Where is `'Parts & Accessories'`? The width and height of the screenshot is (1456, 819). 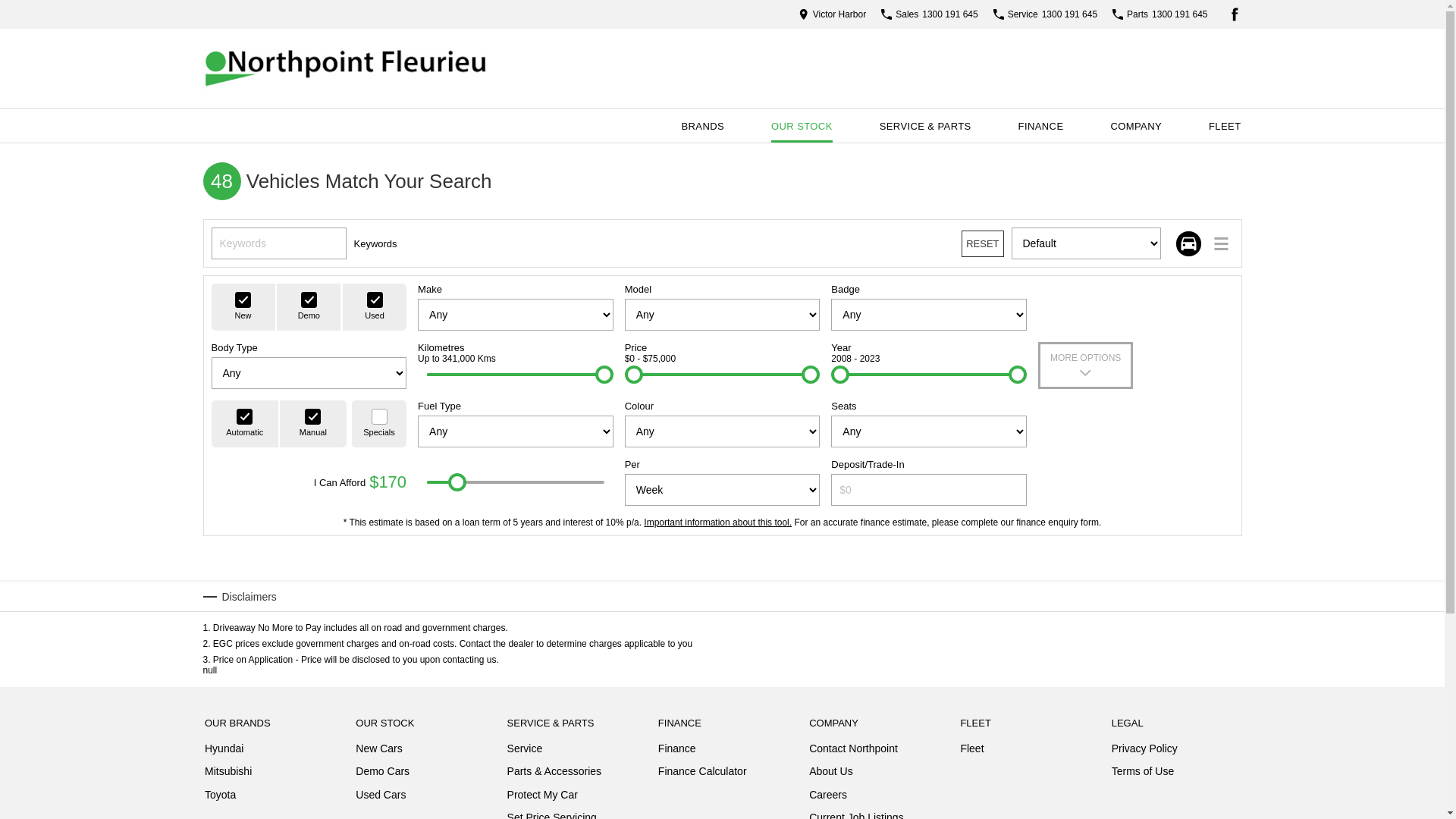
'Parts & Accessories' is located at coordinates (554, 774).